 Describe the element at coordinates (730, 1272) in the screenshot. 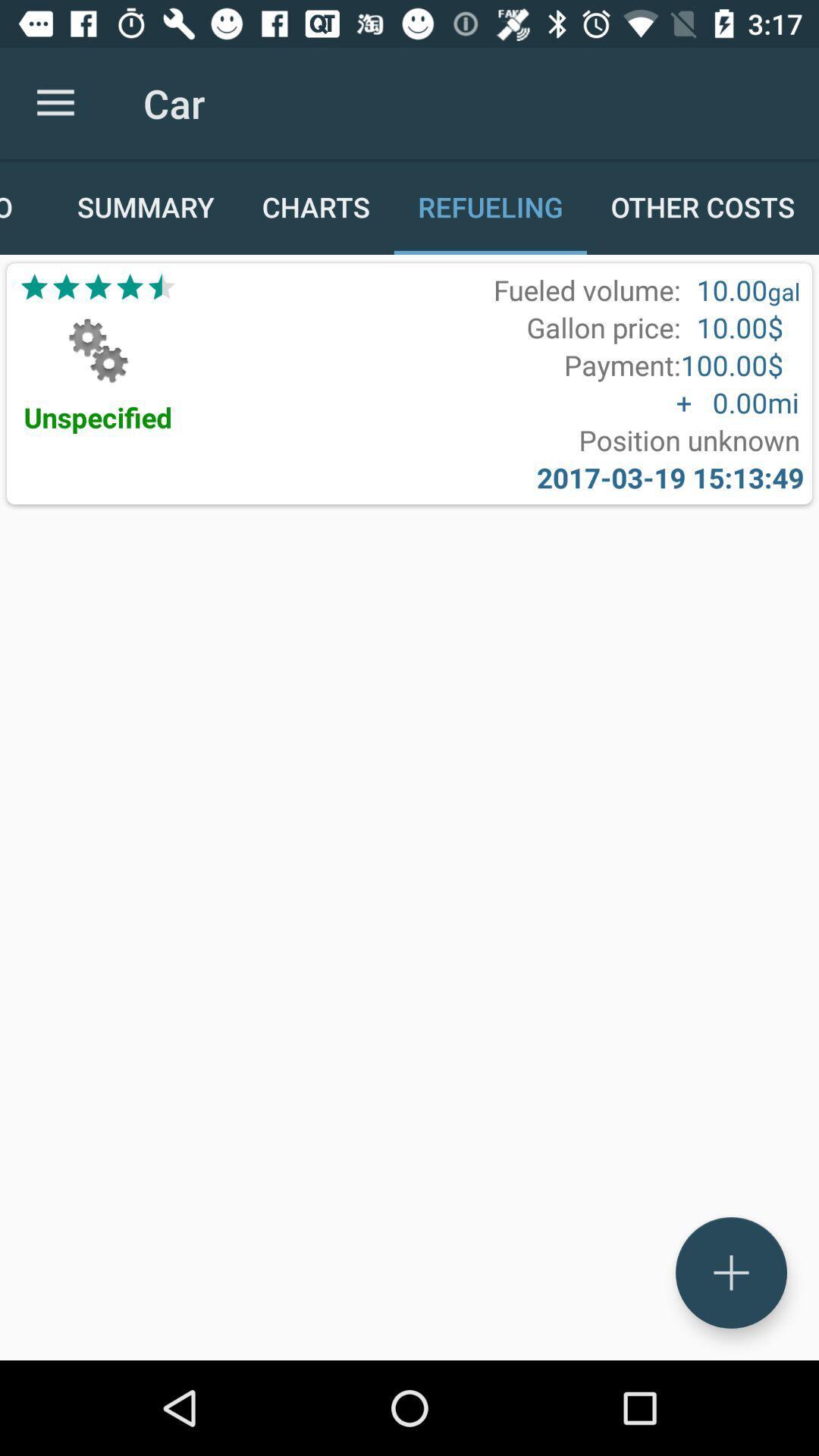

I see `the option will point add something` at that location.